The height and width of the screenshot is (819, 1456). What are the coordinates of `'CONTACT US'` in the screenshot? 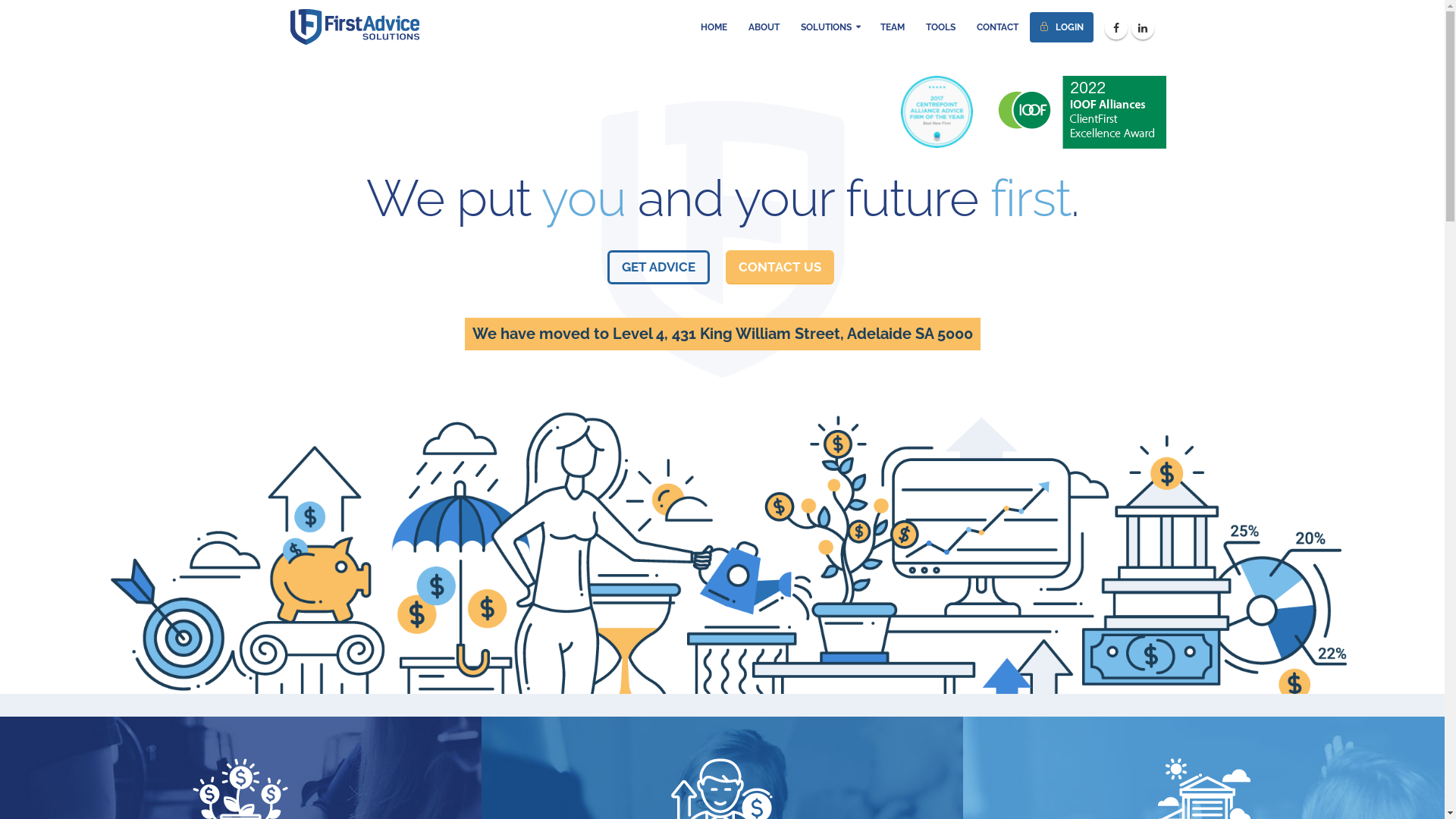 It's located at (723, 265).